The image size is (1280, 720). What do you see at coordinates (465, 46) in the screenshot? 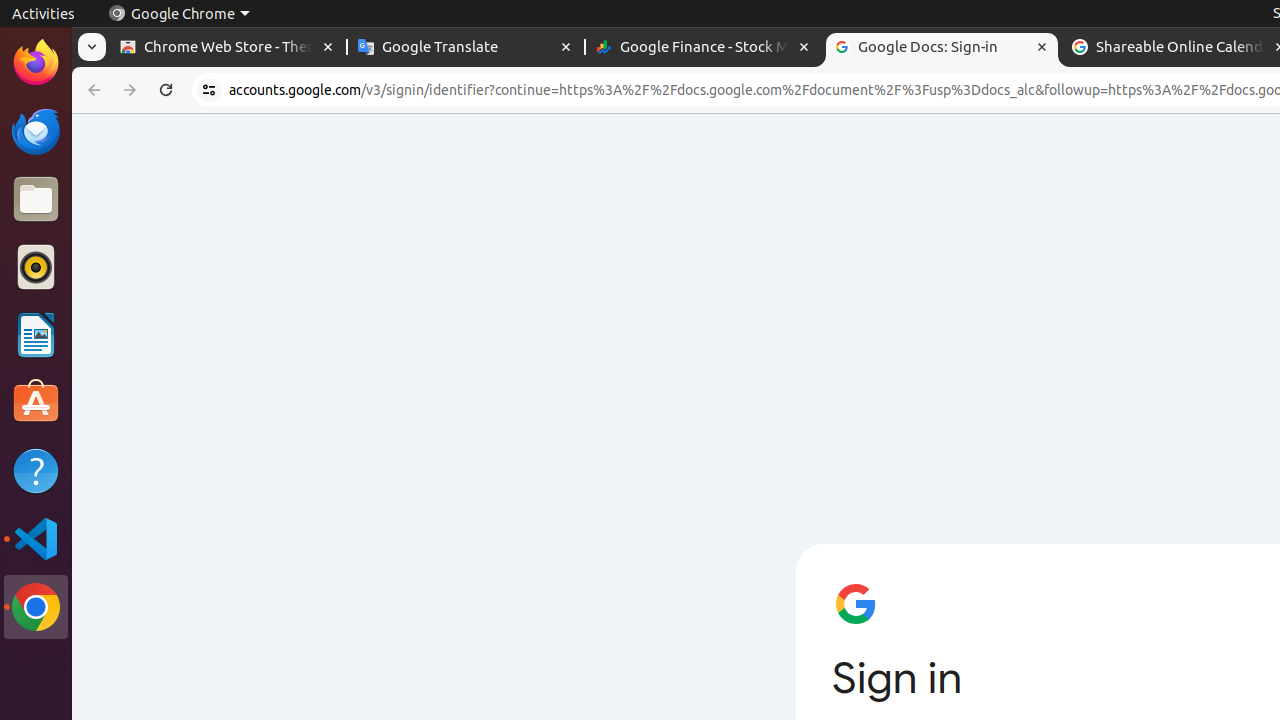
I see `'Google Translate - Memory usage - 77.6 MB'` at bounding box center [465, 46].